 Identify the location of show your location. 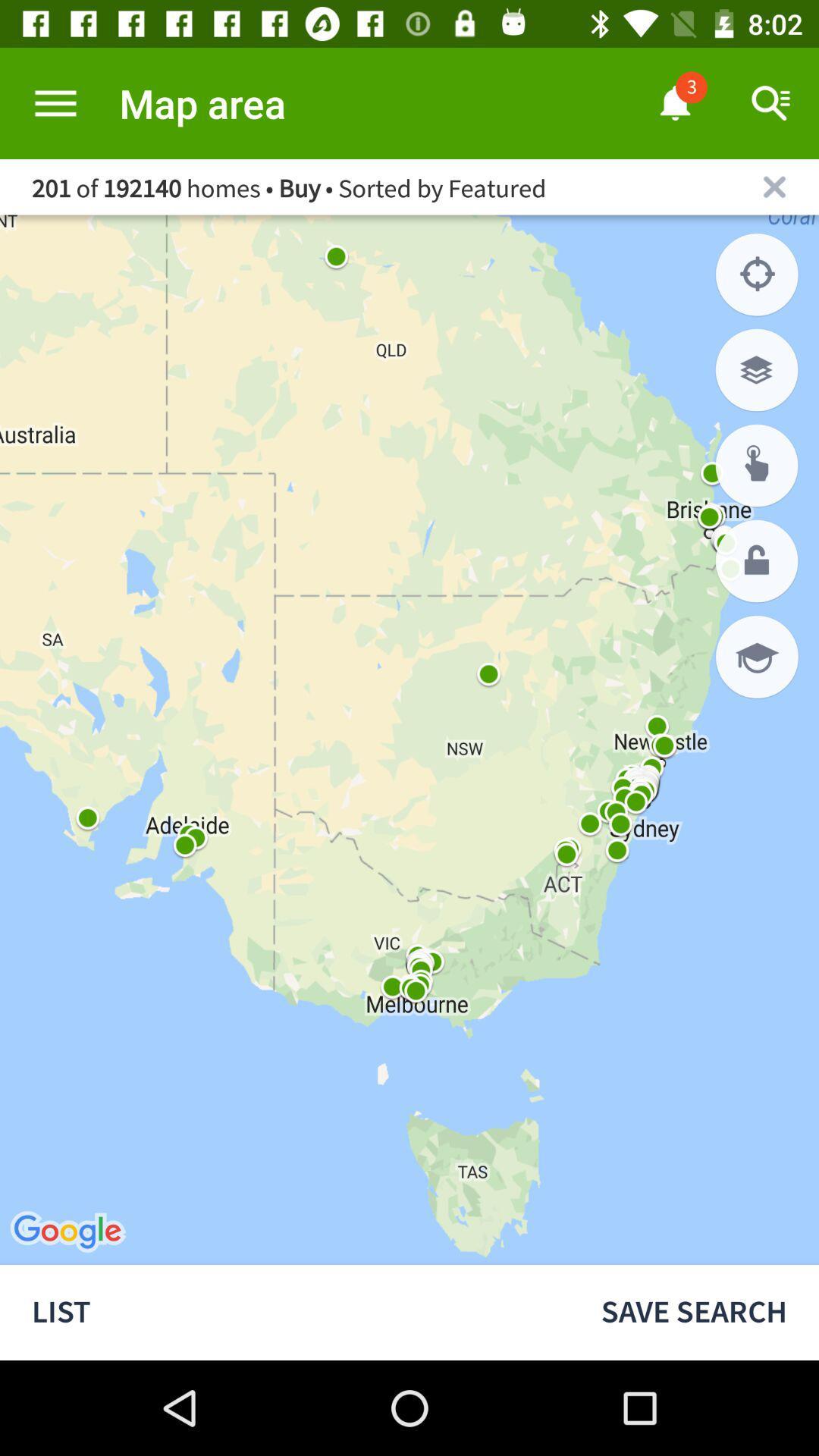
(757, 275).